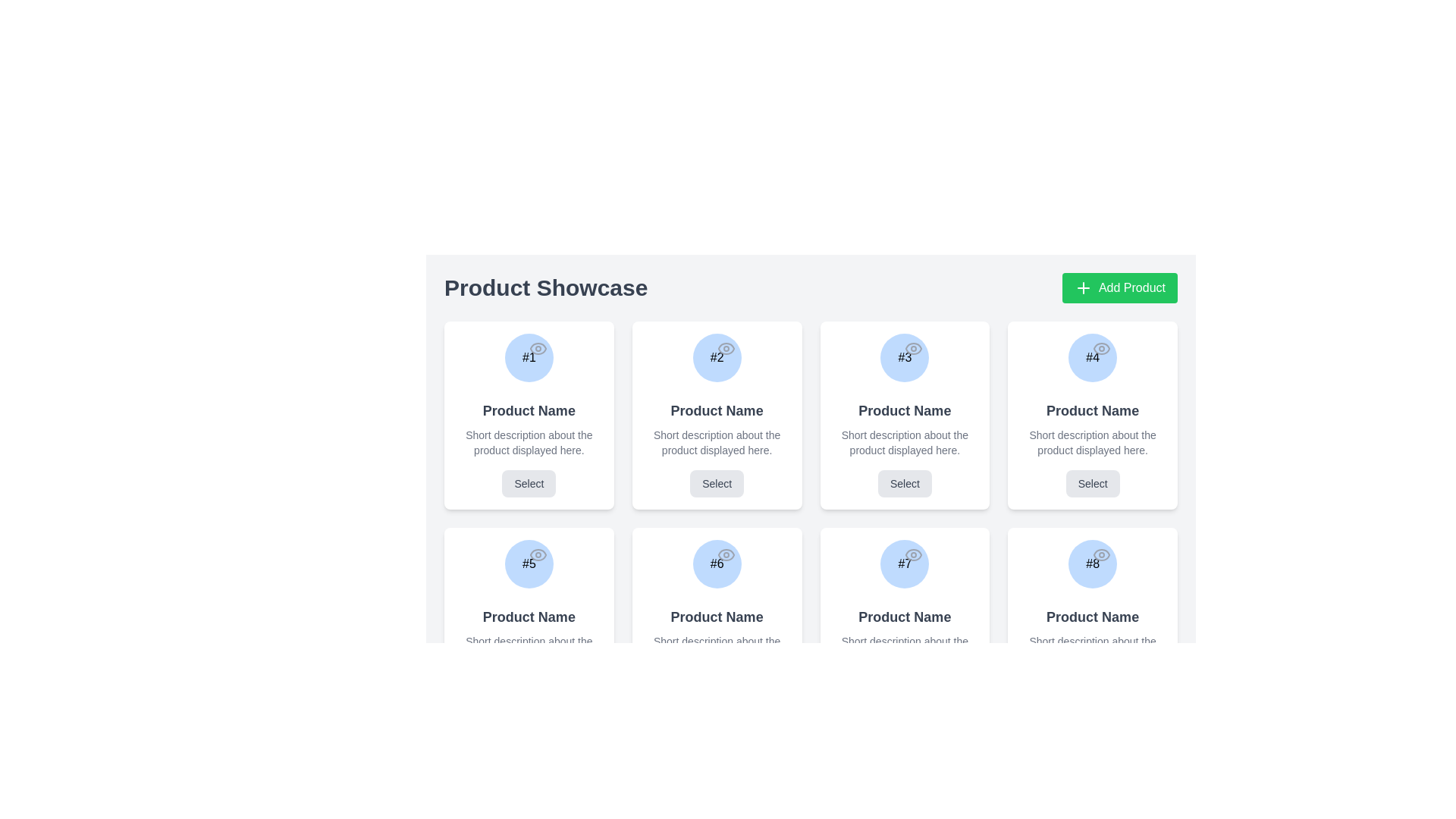 This screenshot has width=1456, height=819. Describe the element at coordinates (529, 564) in the screenshot. I see `the text label displaying '#5' which is styled in bold black font against a light blue circular background, located in the second row, third column of the grid layout` at that location.